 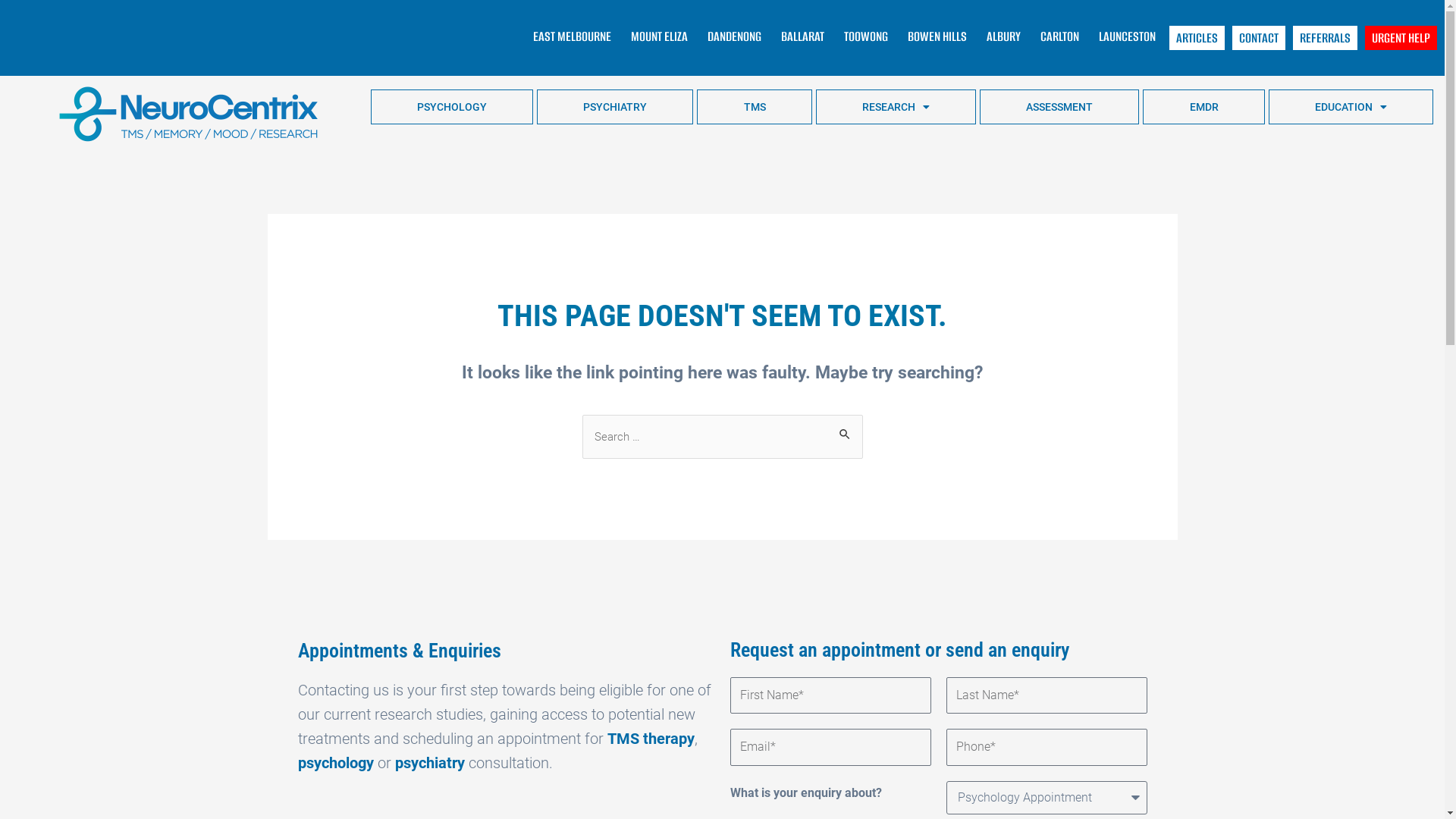 What do you see at coordinates (1127, 35) in the screenshot?
I see `'LAUNCESTON'` at bounding box center [1127, 35].